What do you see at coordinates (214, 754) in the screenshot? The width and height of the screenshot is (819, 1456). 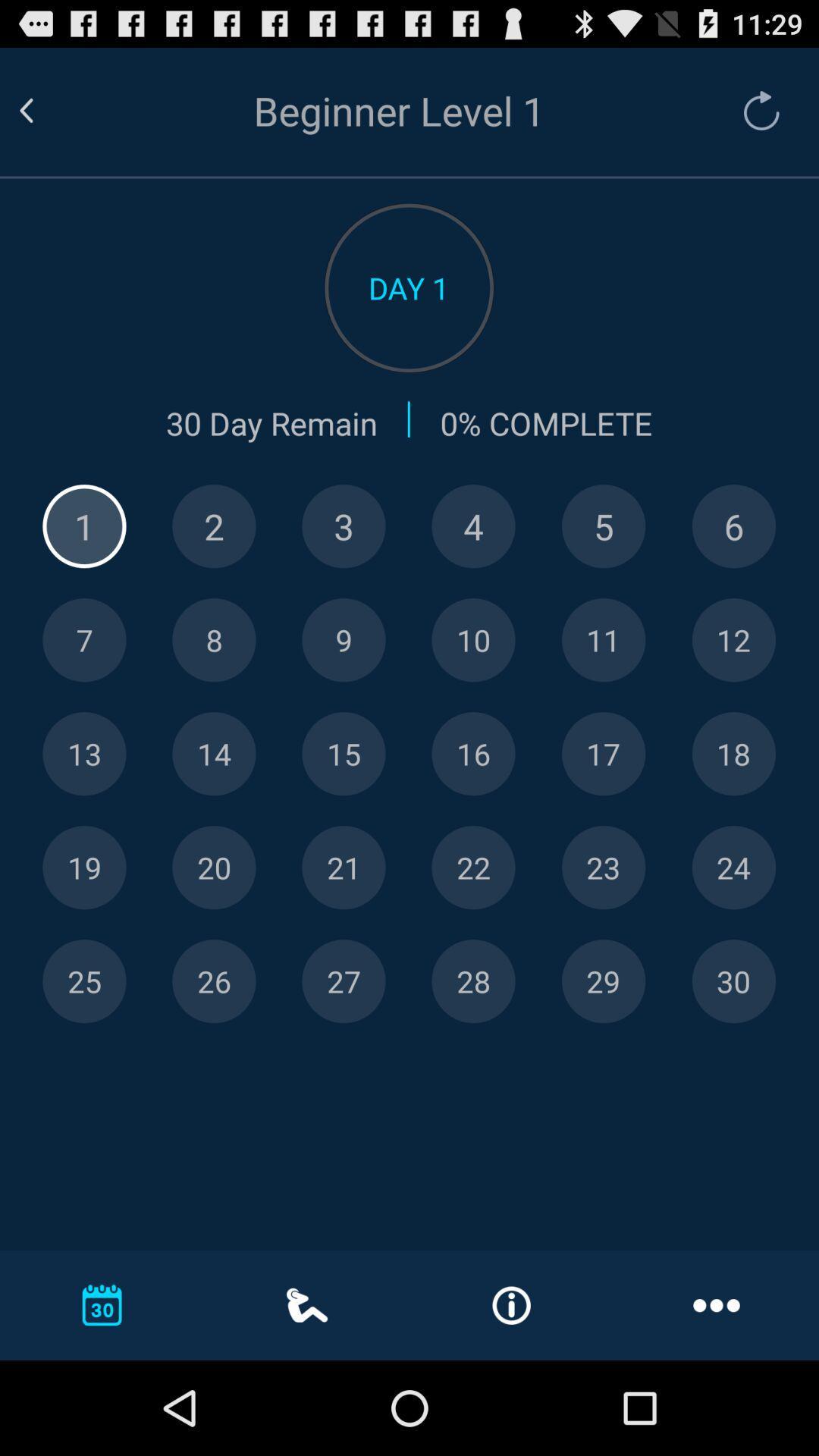 I see `14` at bounding box center [214, 754].